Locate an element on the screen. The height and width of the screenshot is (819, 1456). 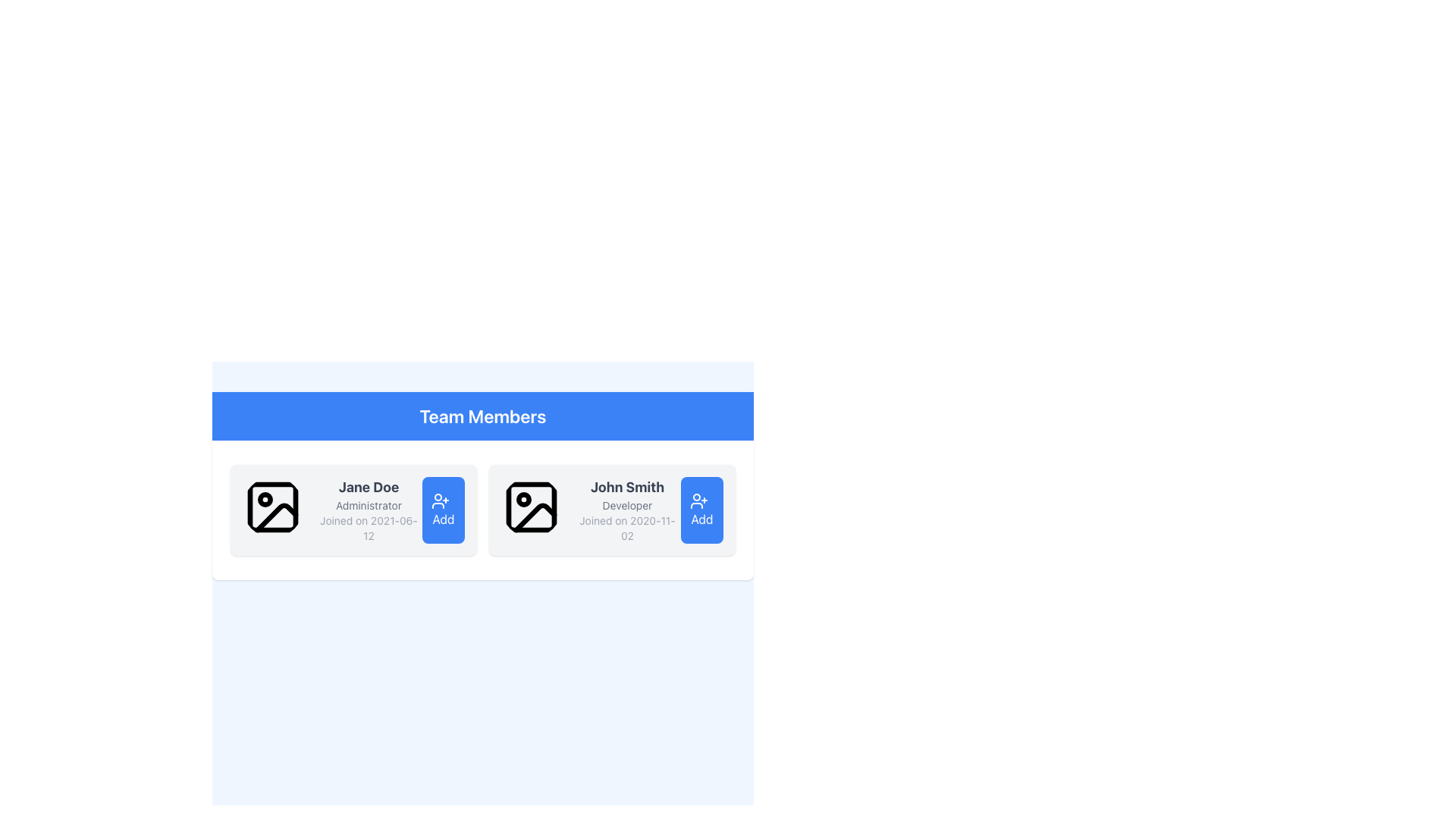
the text label displaying the team member's name for copying, located at the top-left corner of the details card is located at coordinates (369, 488).